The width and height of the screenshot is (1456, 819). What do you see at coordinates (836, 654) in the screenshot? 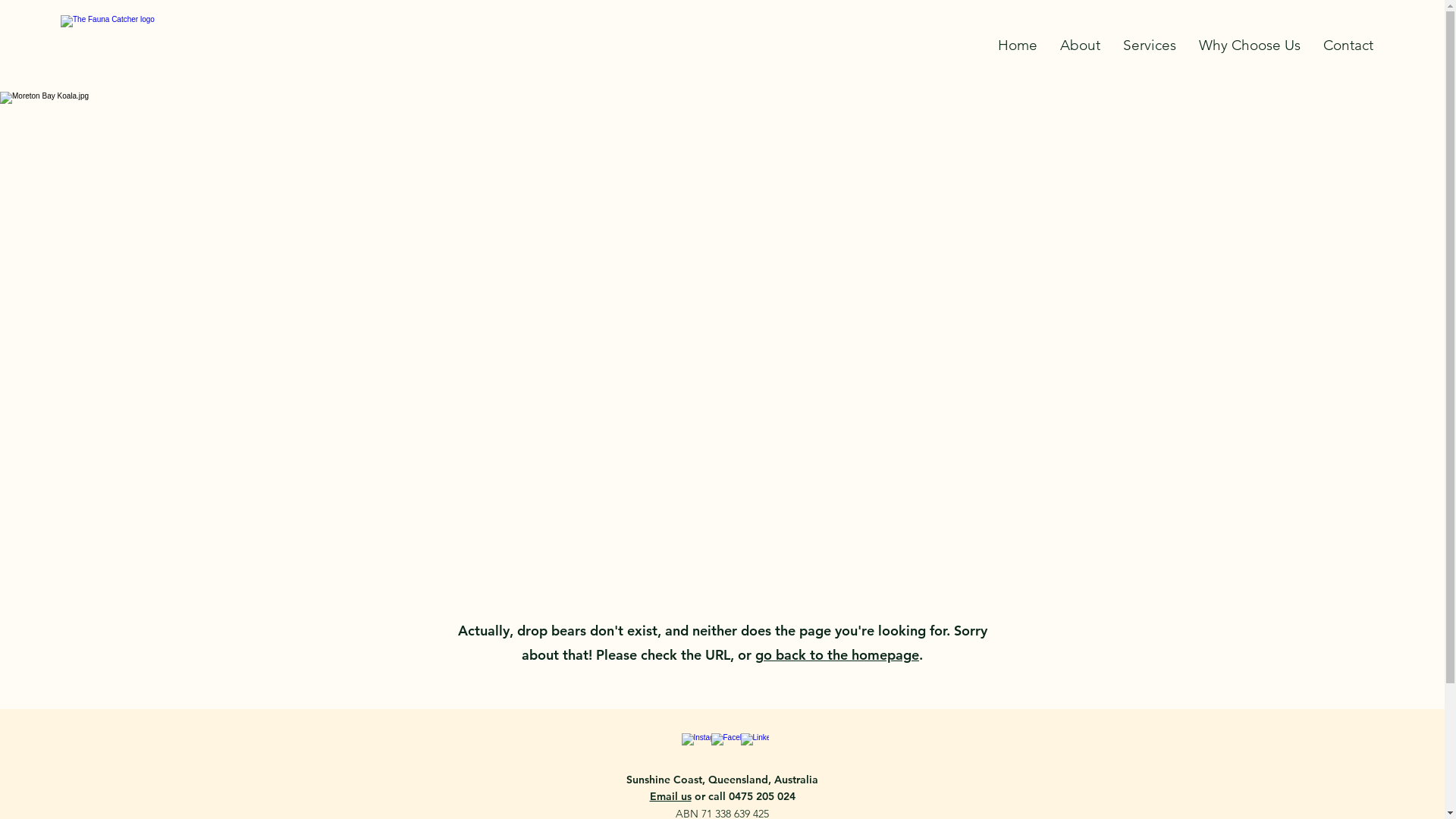
I see `'go back to the homepage'` at bounding box center [836, 654].